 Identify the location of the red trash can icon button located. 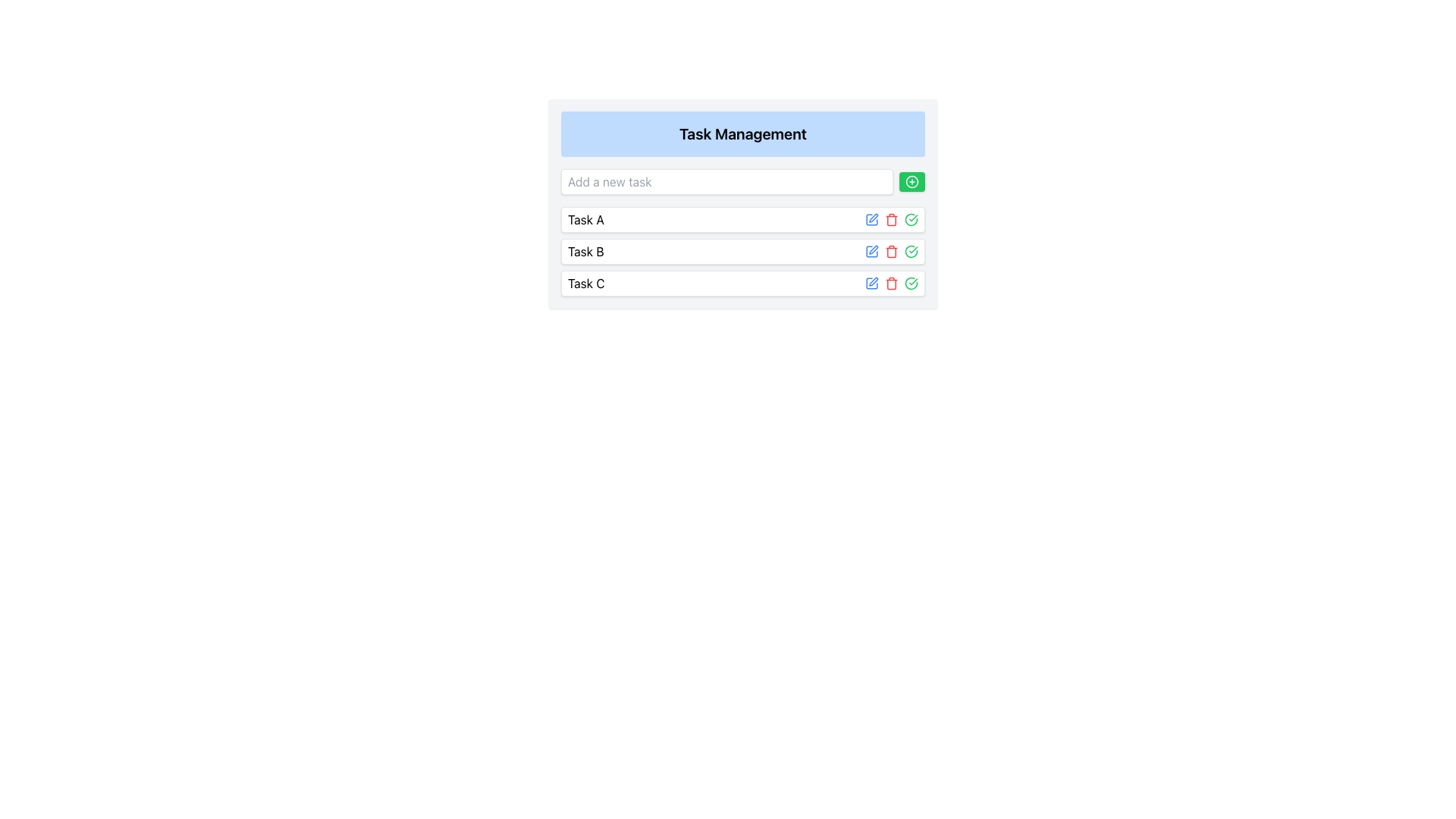
(892, 284).